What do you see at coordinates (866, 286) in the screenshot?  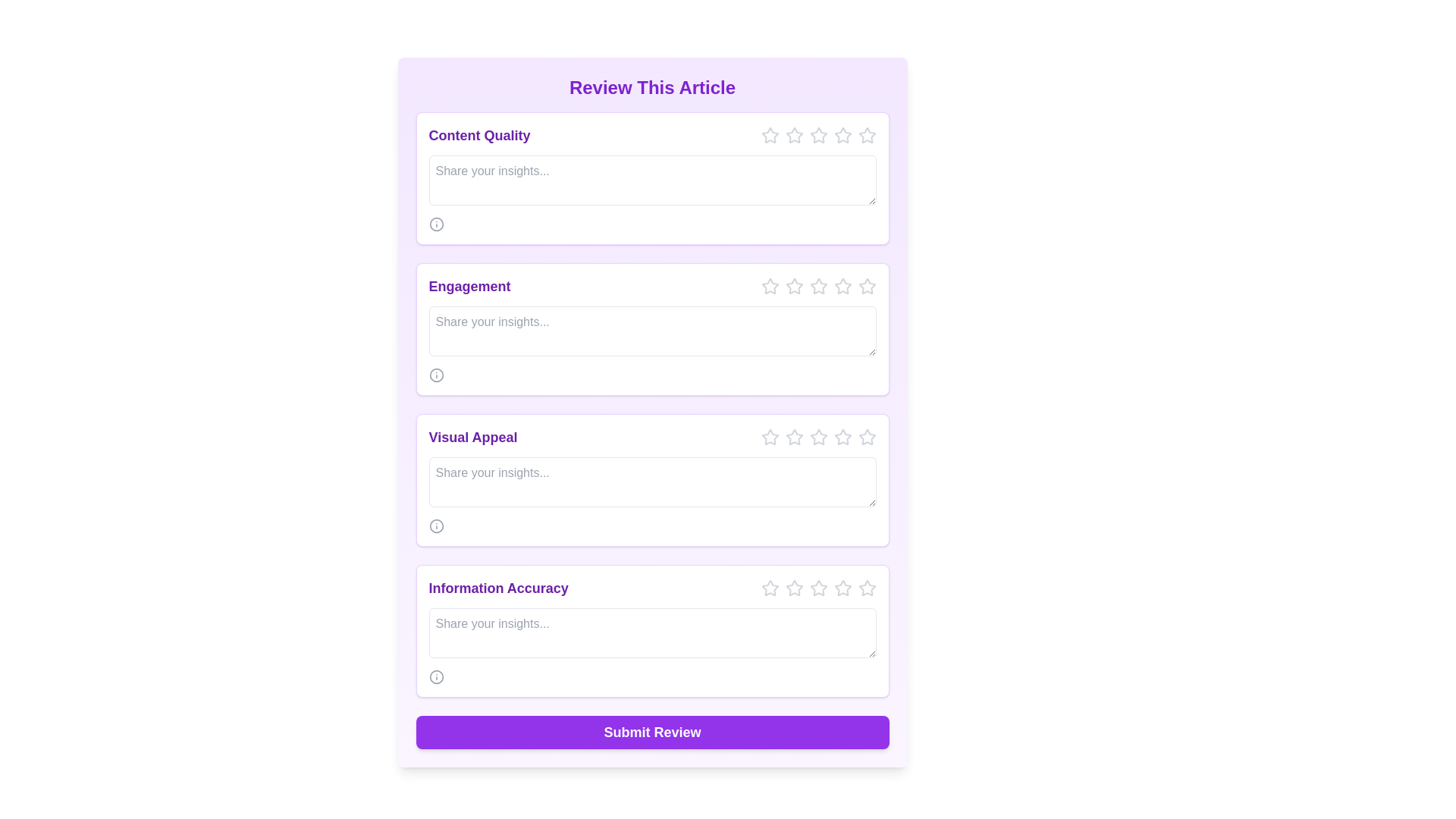 I see `the rightmost star-shaped icon in the 'Engagement' feedback section` at bounding box center [866, 286].